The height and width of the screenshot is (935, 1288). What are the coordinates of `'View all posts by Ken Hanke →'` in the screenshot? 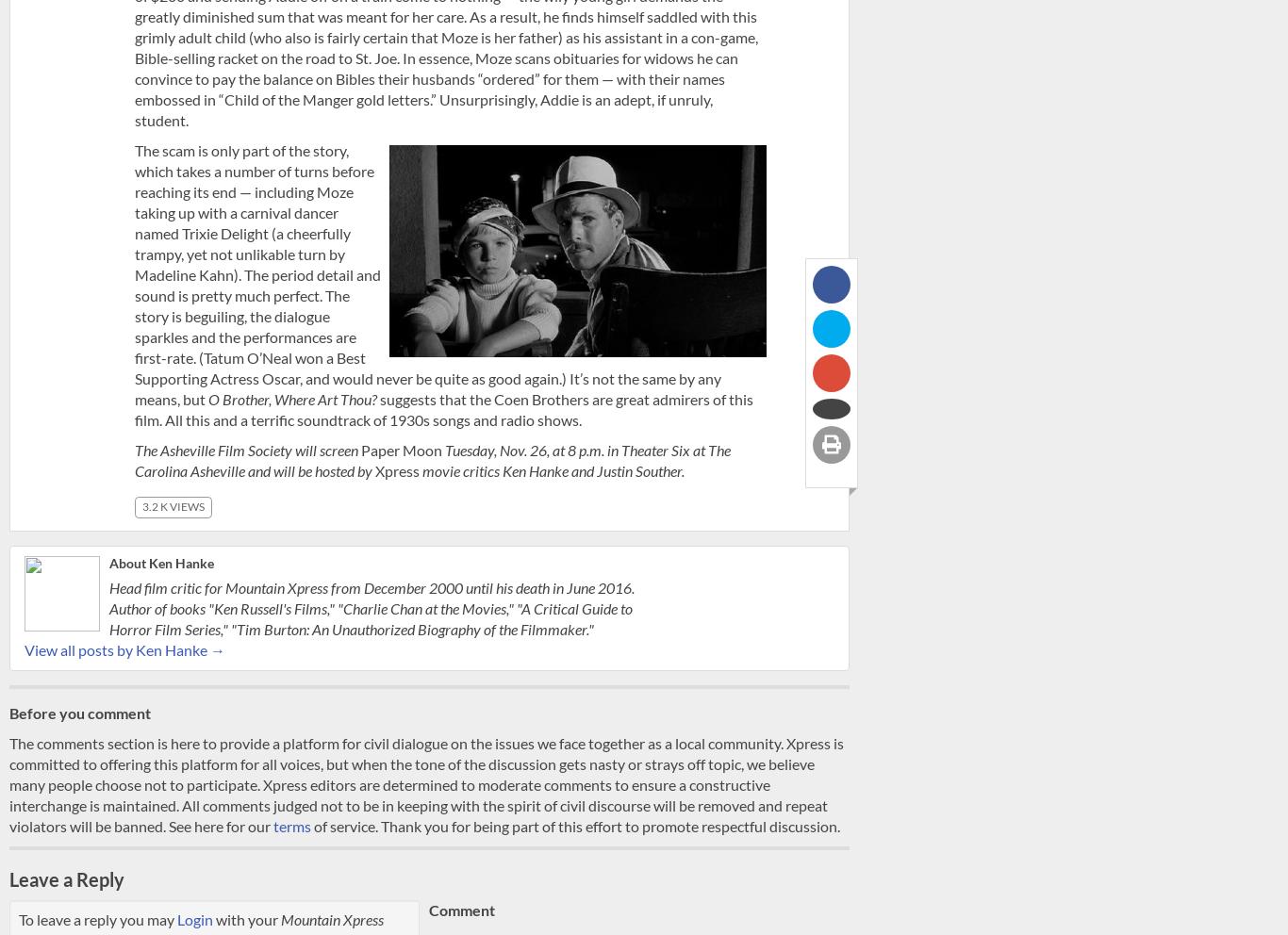 It's located at (124, 648).